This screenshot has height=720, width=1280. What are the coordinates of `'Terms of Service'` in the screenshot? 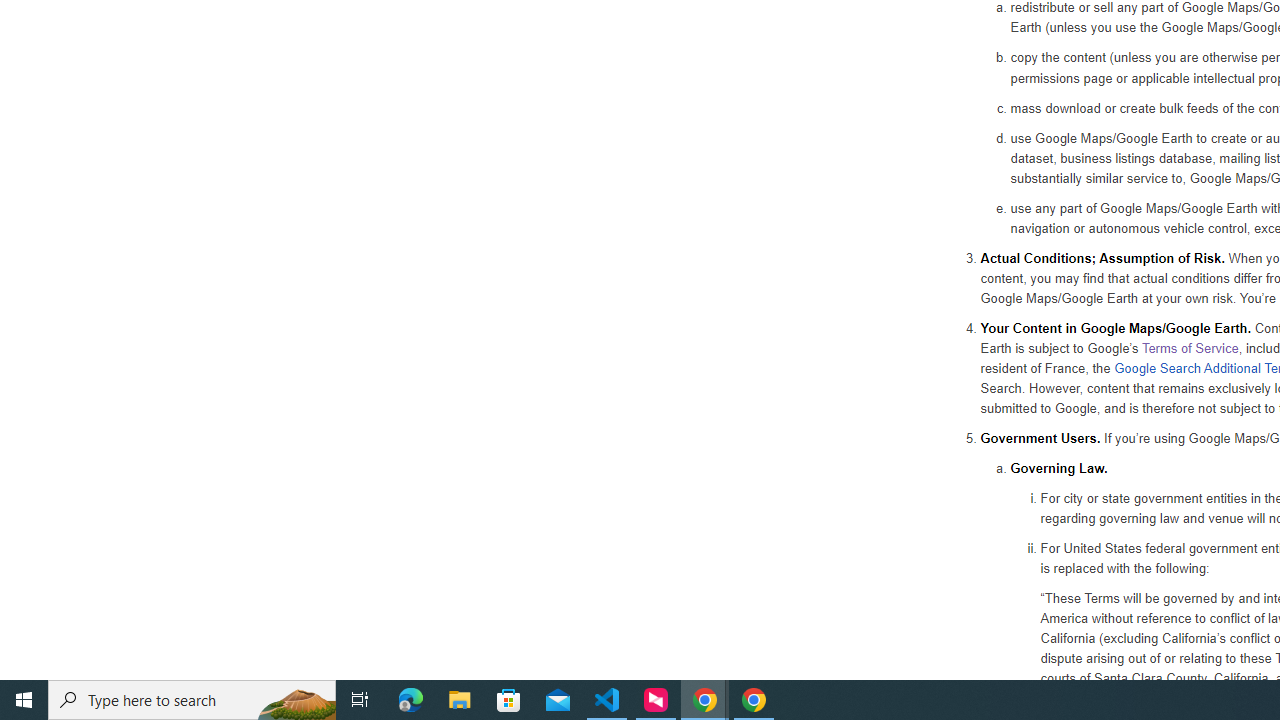 It's located at (1189, 346).